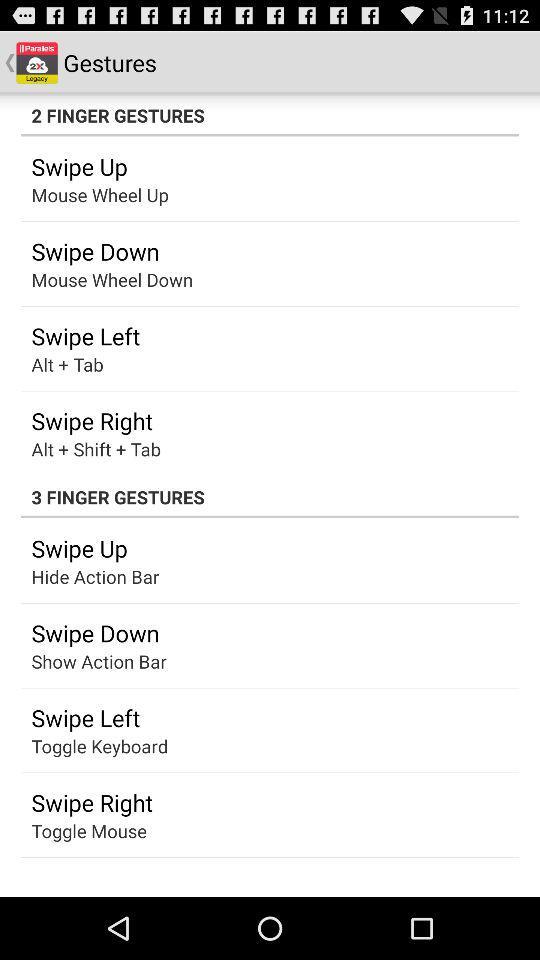 The width and height of the screenshot is (540, 960). I want to click on the show mouse icon, so click(83, 576).